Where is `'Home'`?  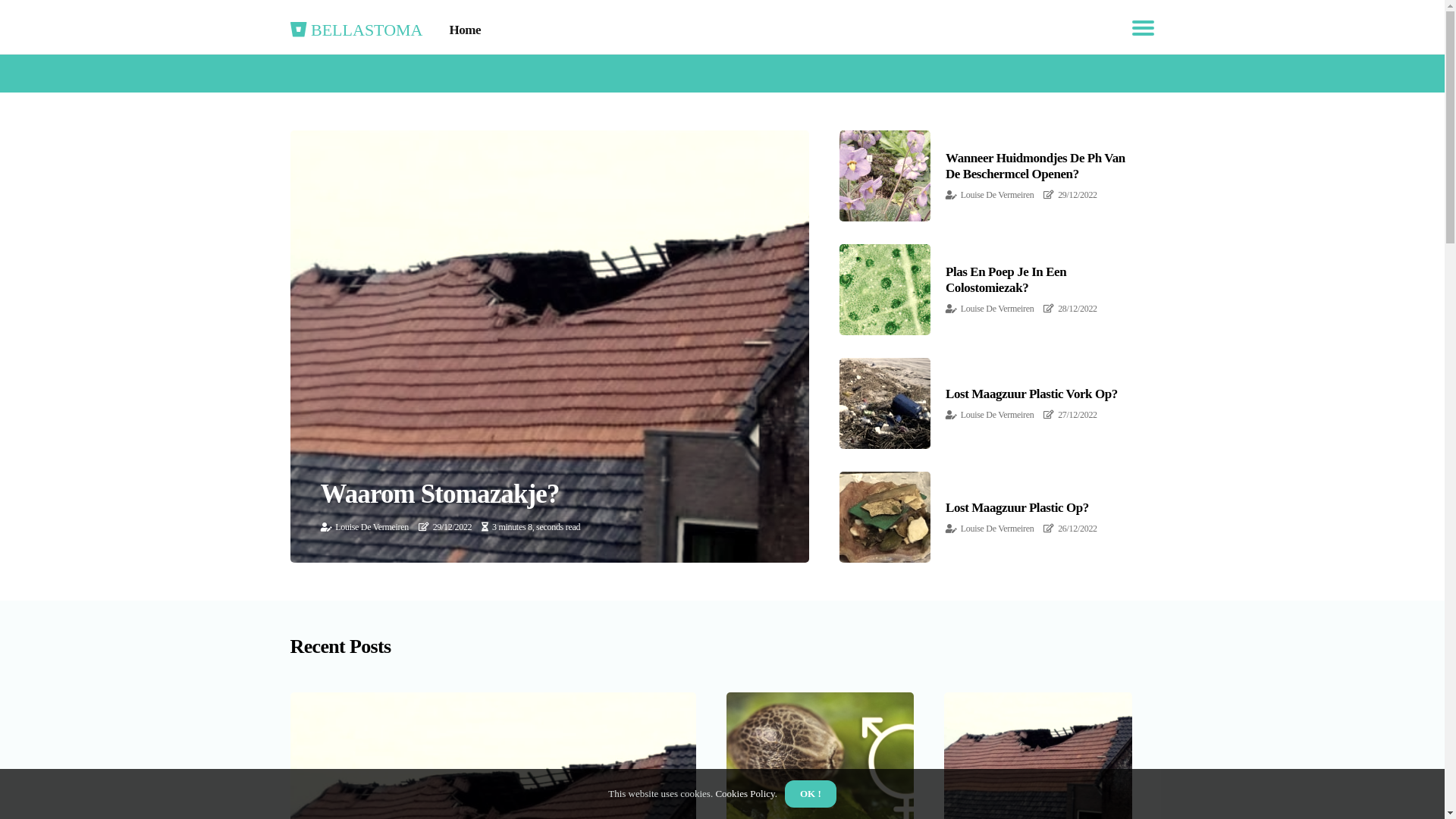 'Home' is located at coordinates (464, 30).